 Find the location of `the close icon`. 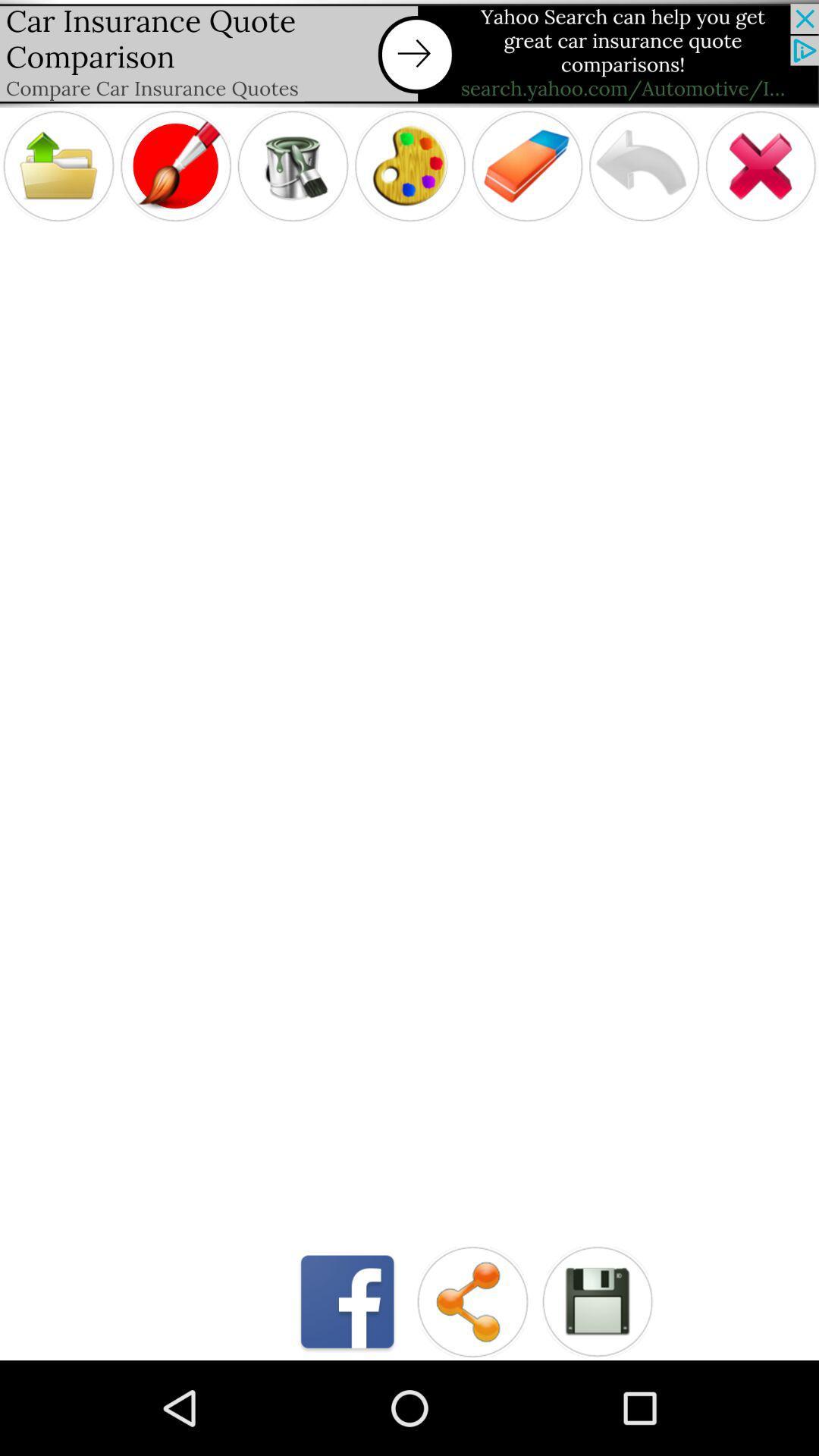

the close icon is located at coordinates (761, 177).